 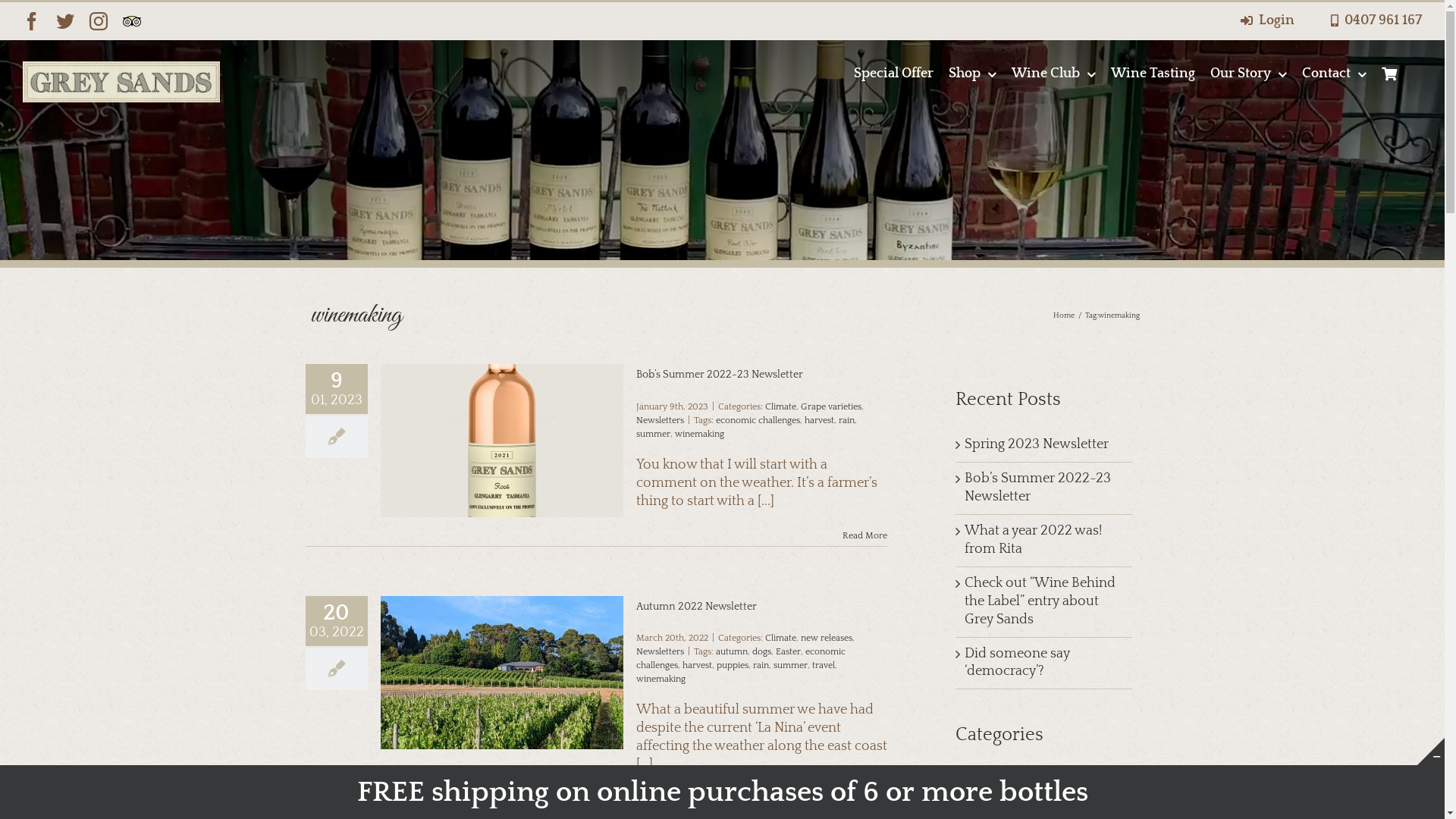 What do you see at coordinates (964, 539) in the screenshot?
I see `'What a year 2022 was! from Rita'` at bounding box center [964, 539].